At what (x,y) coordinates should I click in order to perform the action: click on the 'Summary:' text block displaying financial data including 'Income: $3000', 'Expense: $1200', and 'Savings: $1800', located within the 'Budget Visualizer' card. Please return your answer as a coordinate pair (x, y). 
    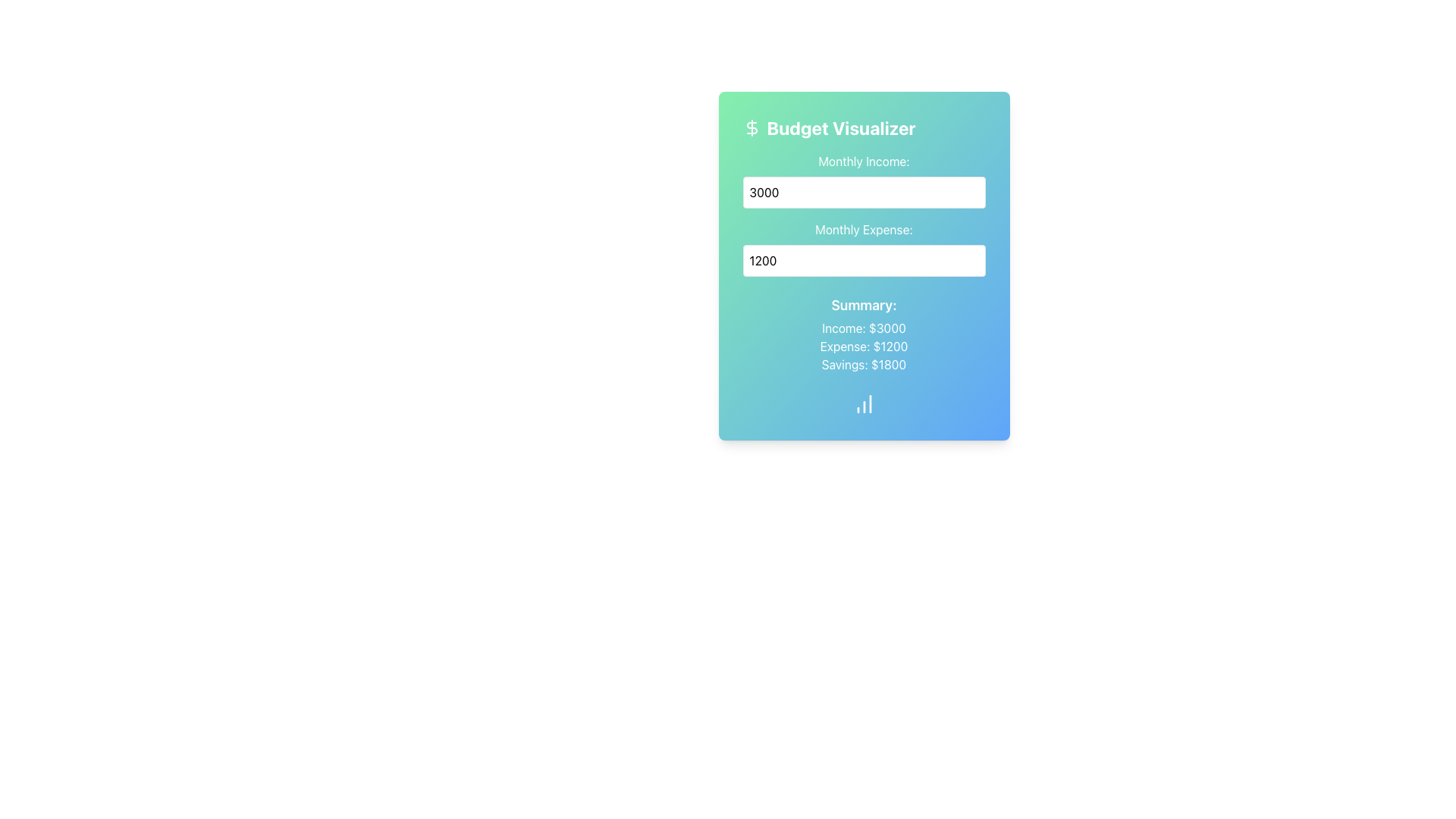
    Looking at the image, I should click on (864, 333).